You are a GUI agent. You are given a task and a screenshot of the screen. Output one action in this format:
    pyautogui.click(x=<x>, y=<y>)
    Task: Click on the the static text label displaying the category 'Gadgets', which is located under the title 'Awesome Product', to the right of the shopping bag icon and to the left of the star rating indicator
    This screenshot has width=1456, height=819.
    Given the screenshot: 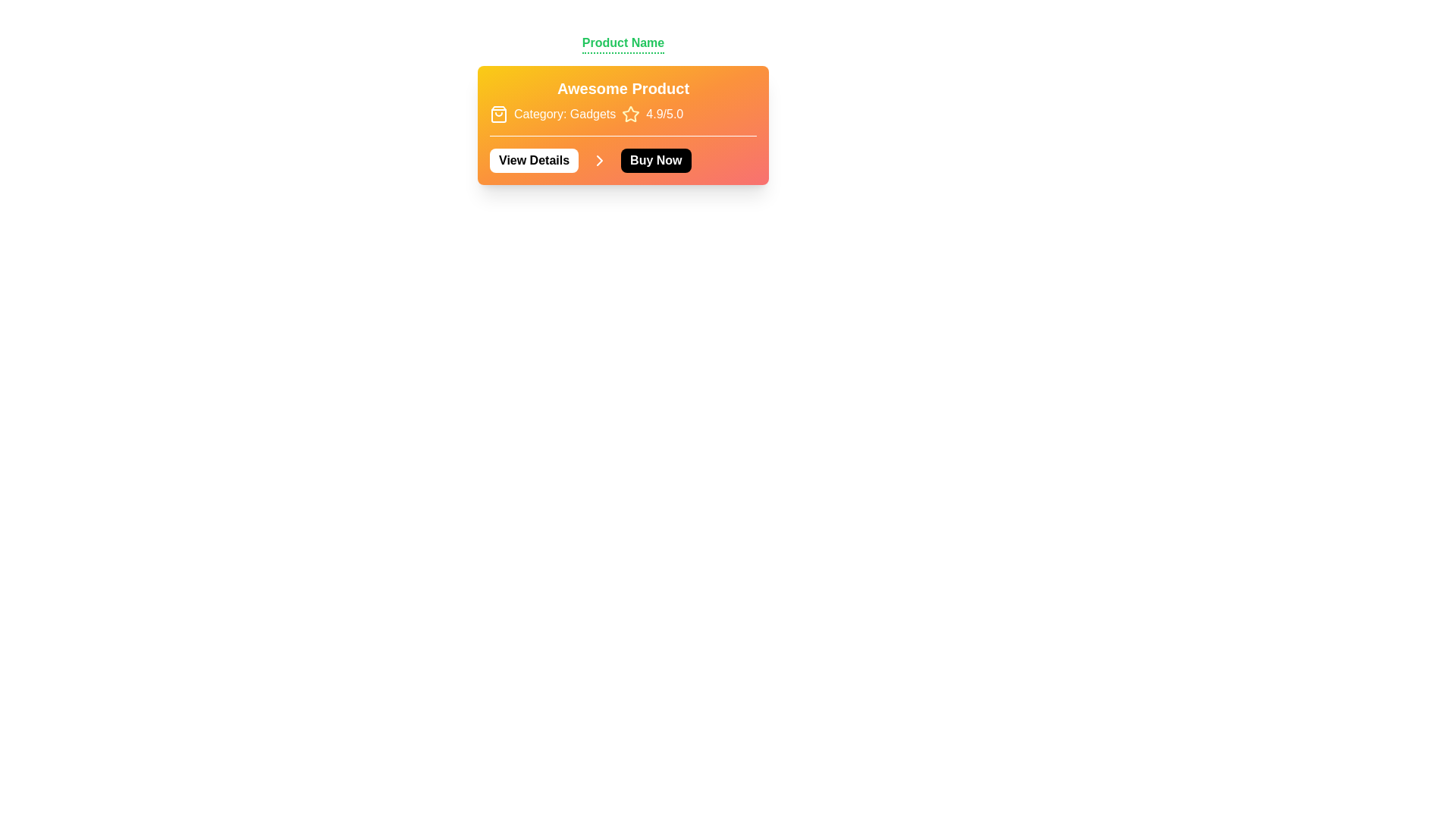 What is the action you would take?
    pyautogui.click(x=564, y=113)
    